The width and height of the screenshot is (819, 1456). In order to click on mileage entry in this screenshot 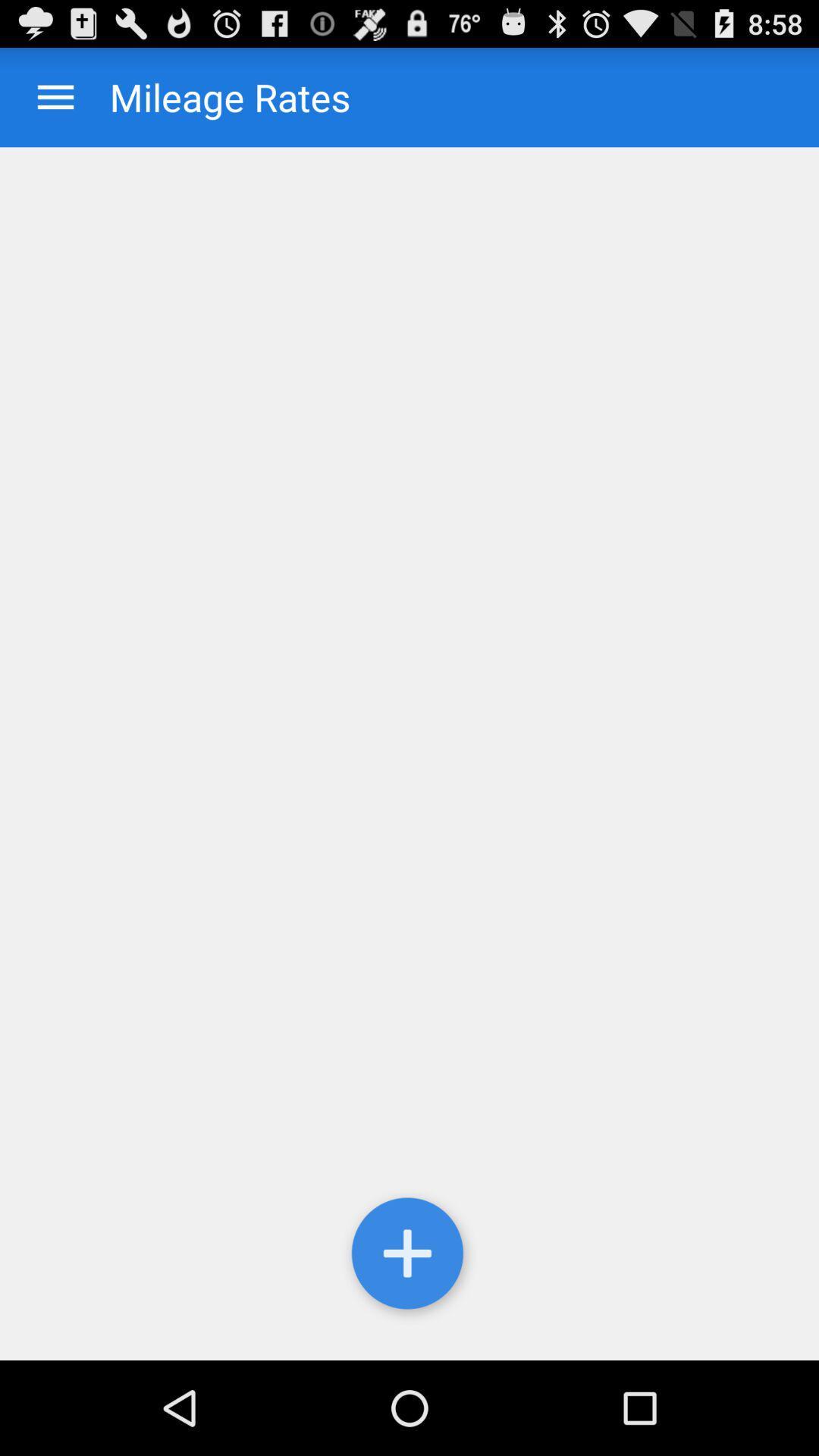, I will do `click(409, 754)`.